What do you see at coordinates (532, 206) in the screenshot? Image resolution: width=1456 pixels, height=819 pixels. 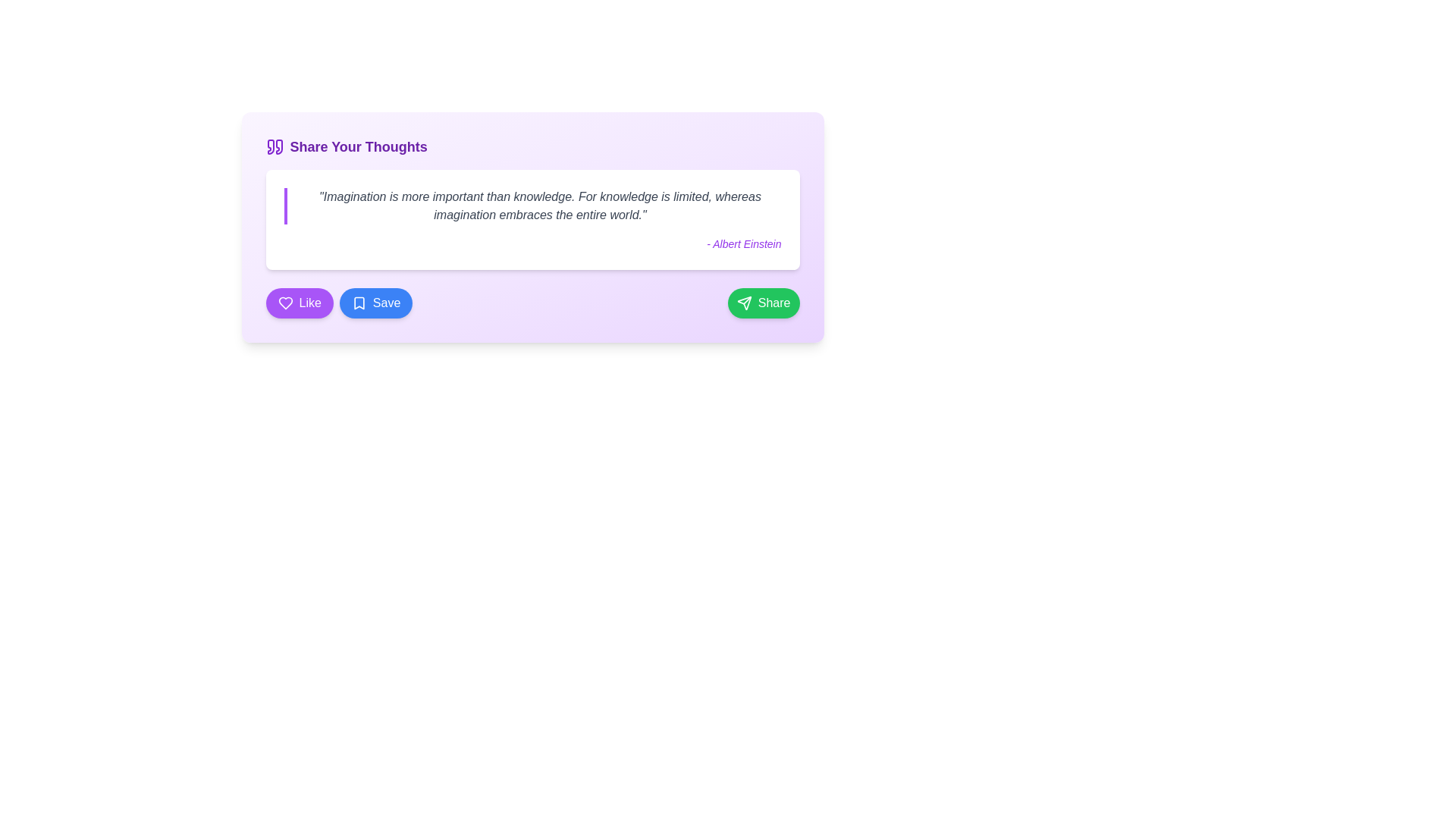 I see `the italic gray text block containing the quote 'Imagination is more important than knowledge...' which is highlighted with a purple border` at bounding box center [532, 206].